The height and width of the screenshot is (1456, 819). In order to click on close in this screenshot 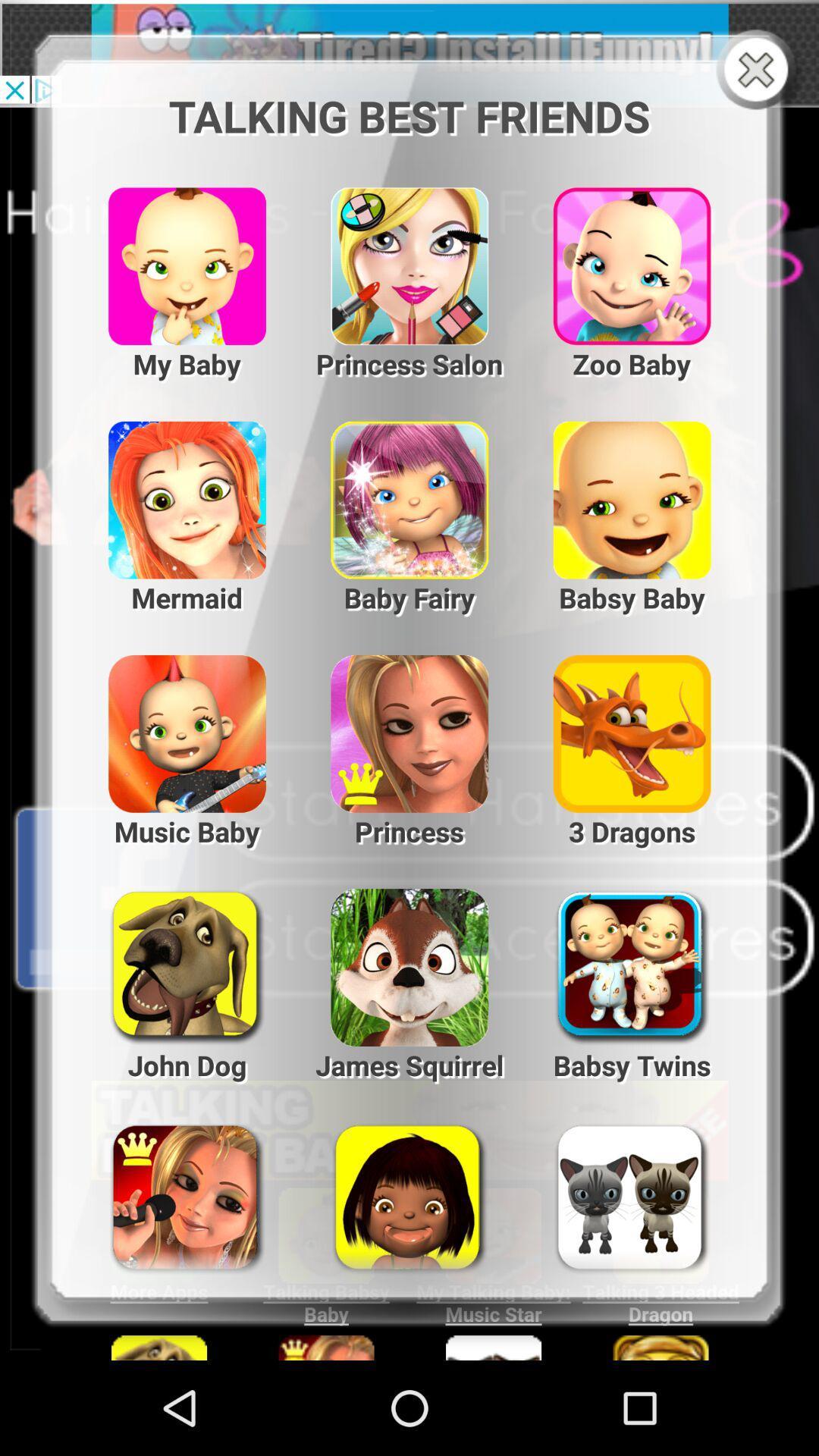, I will do `click(759, 71)`.